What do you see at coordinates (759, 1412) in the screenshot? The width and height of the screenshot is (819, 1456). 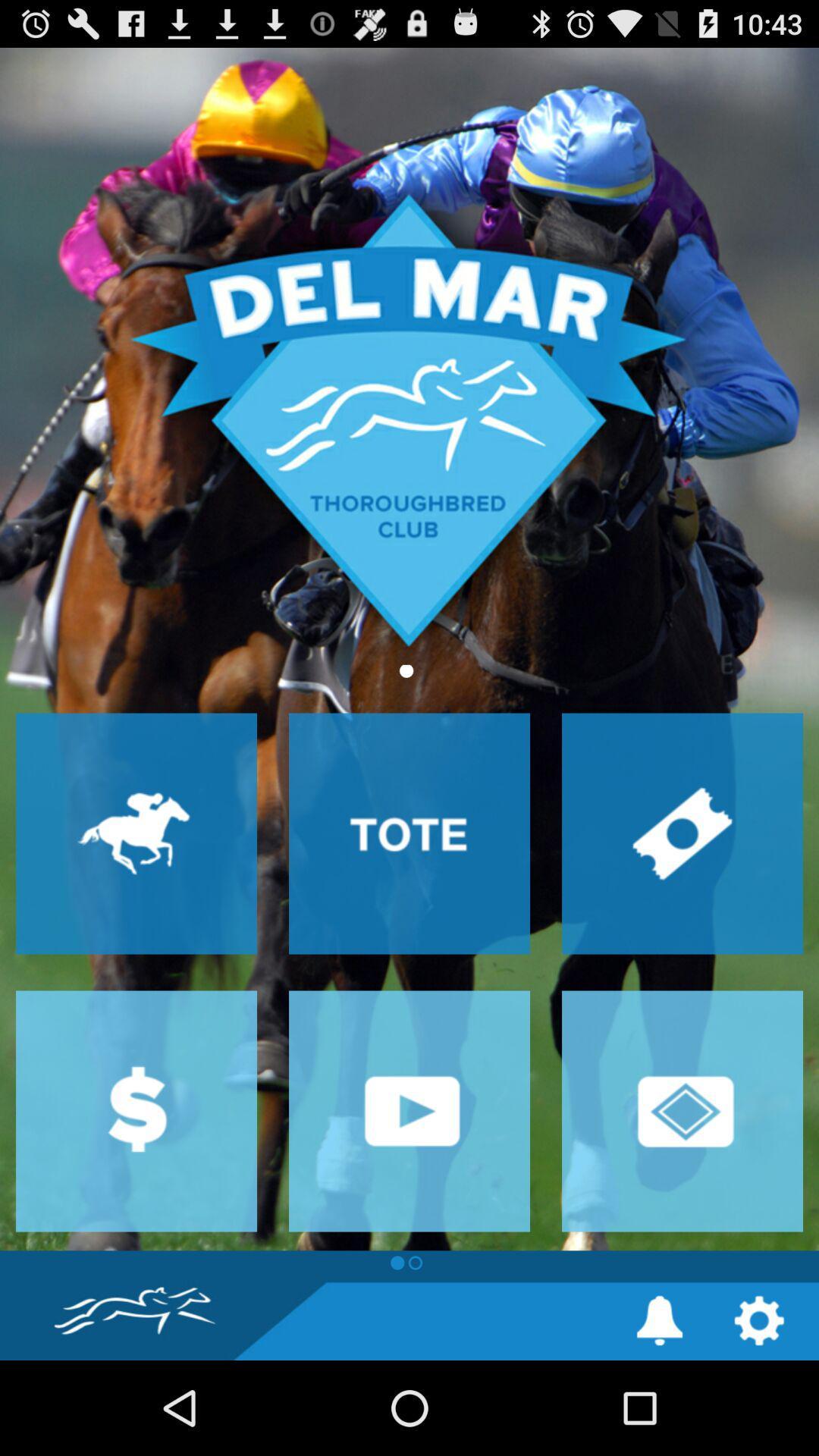 I see `the settings icon` at bounding box center [759, 1412].